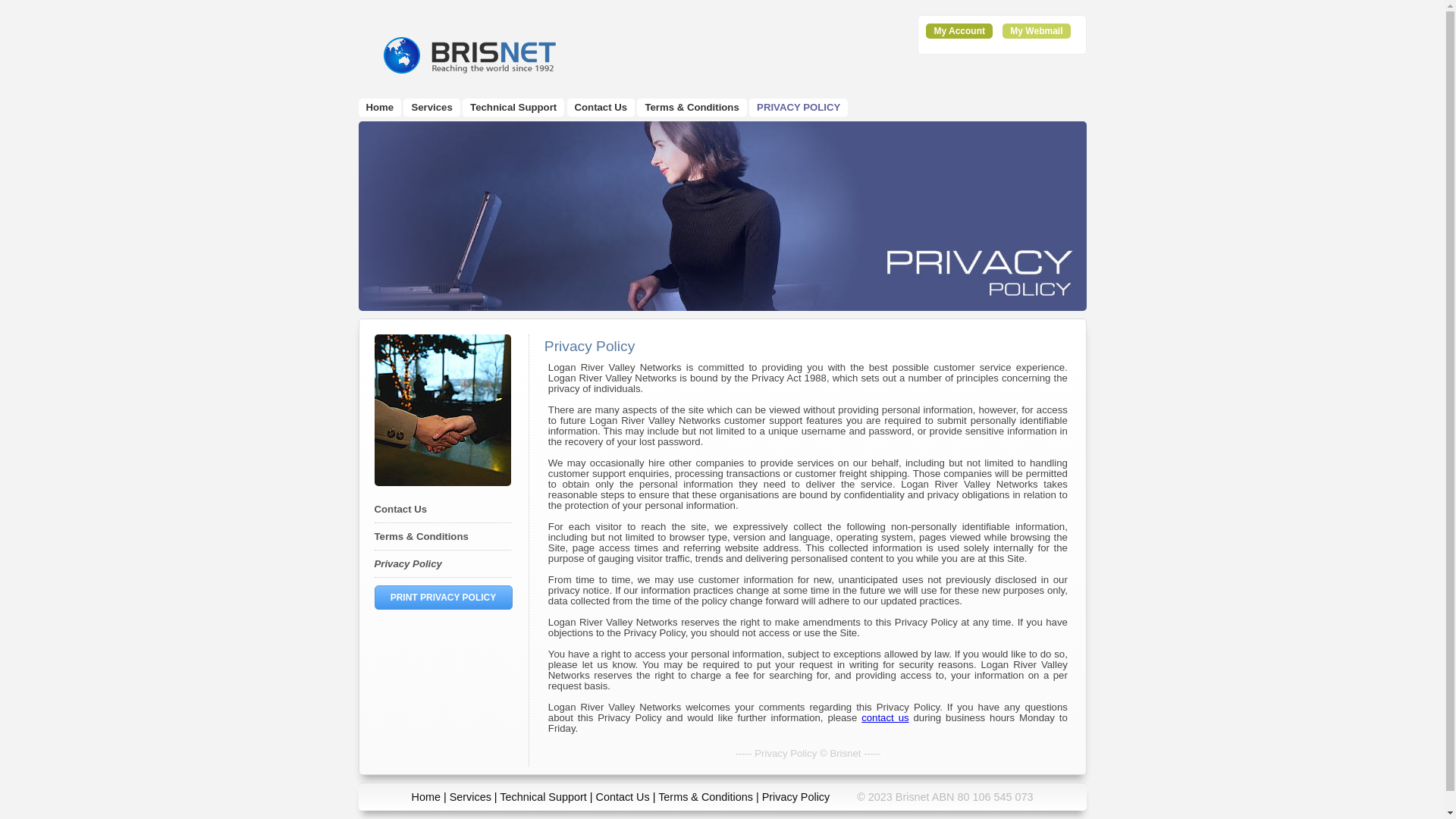 This screenshot has height=819, width=1456. Describe the element at coordinates (365, 106) in the screenshot. I see `'Home'` at that location.